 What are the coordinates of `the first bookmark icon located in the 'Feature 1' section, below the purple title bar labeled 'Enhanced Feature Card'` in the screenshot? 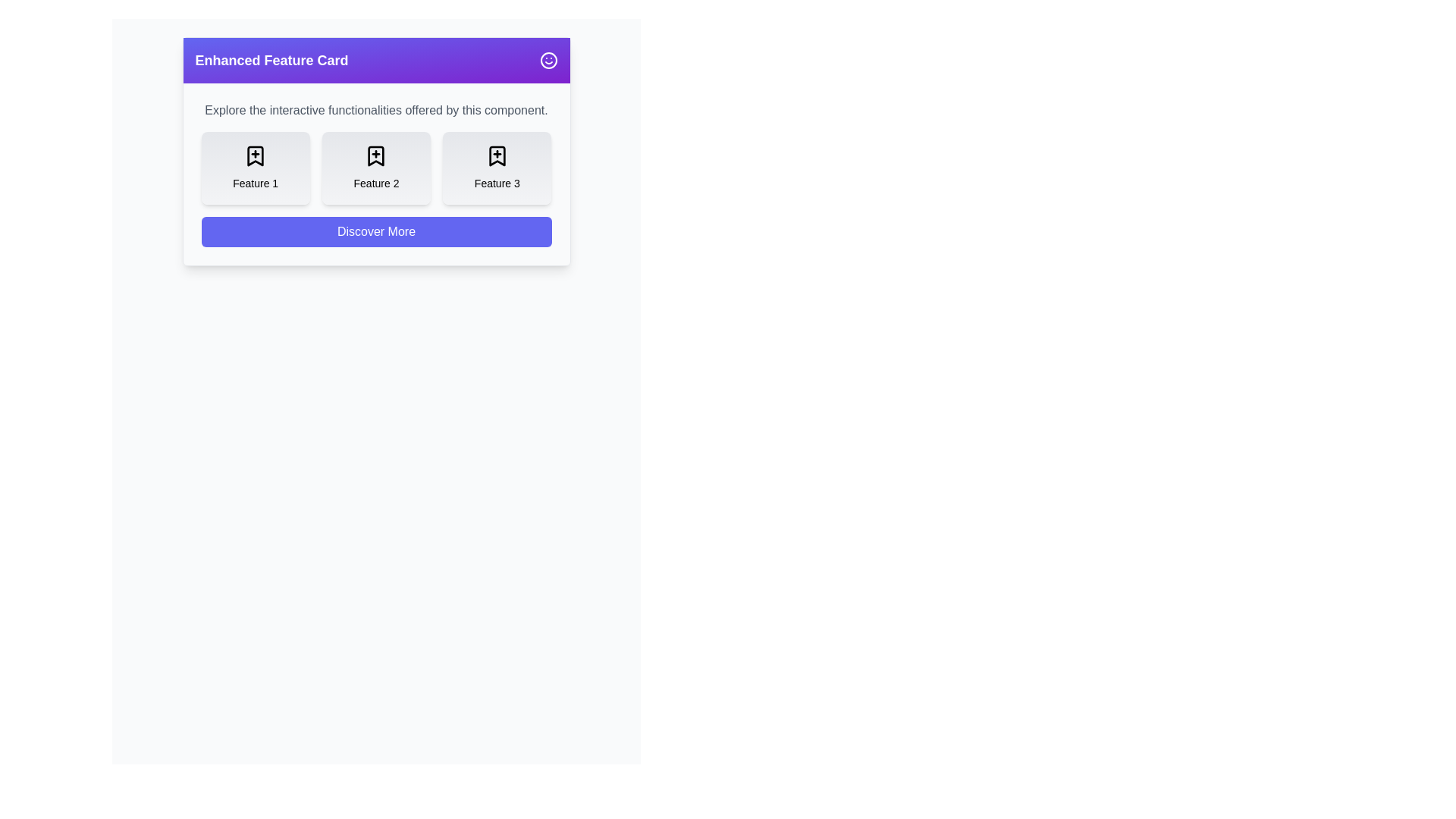 It's located at (255, 155).